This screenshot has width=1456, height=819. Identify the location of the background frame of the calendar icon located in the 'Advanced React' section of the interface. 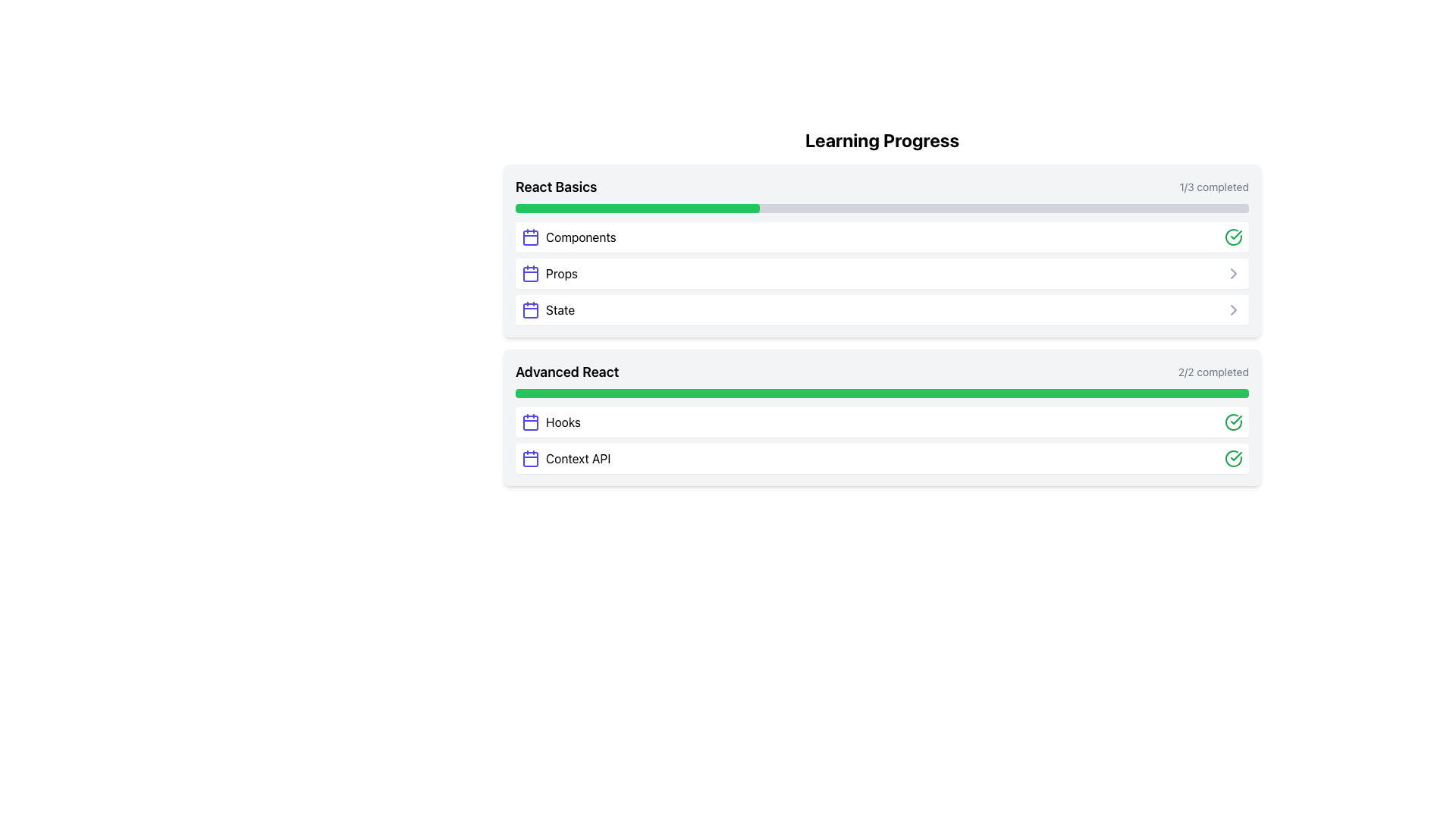
(531, 423).